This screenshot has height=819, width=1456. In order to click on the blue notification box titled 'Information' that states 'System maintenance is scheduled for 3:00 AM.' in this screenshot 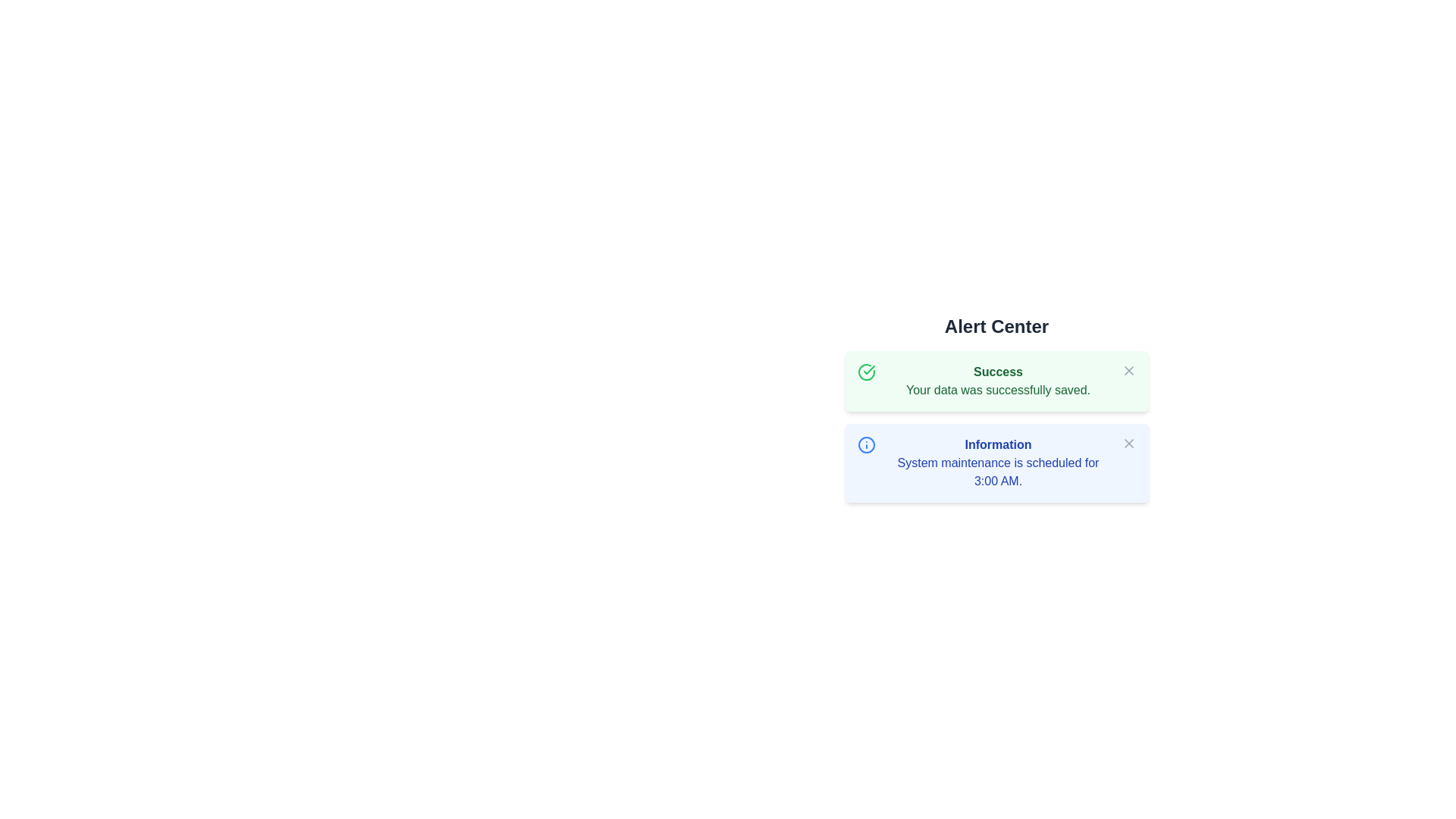, I will do `click(998, 462)`.